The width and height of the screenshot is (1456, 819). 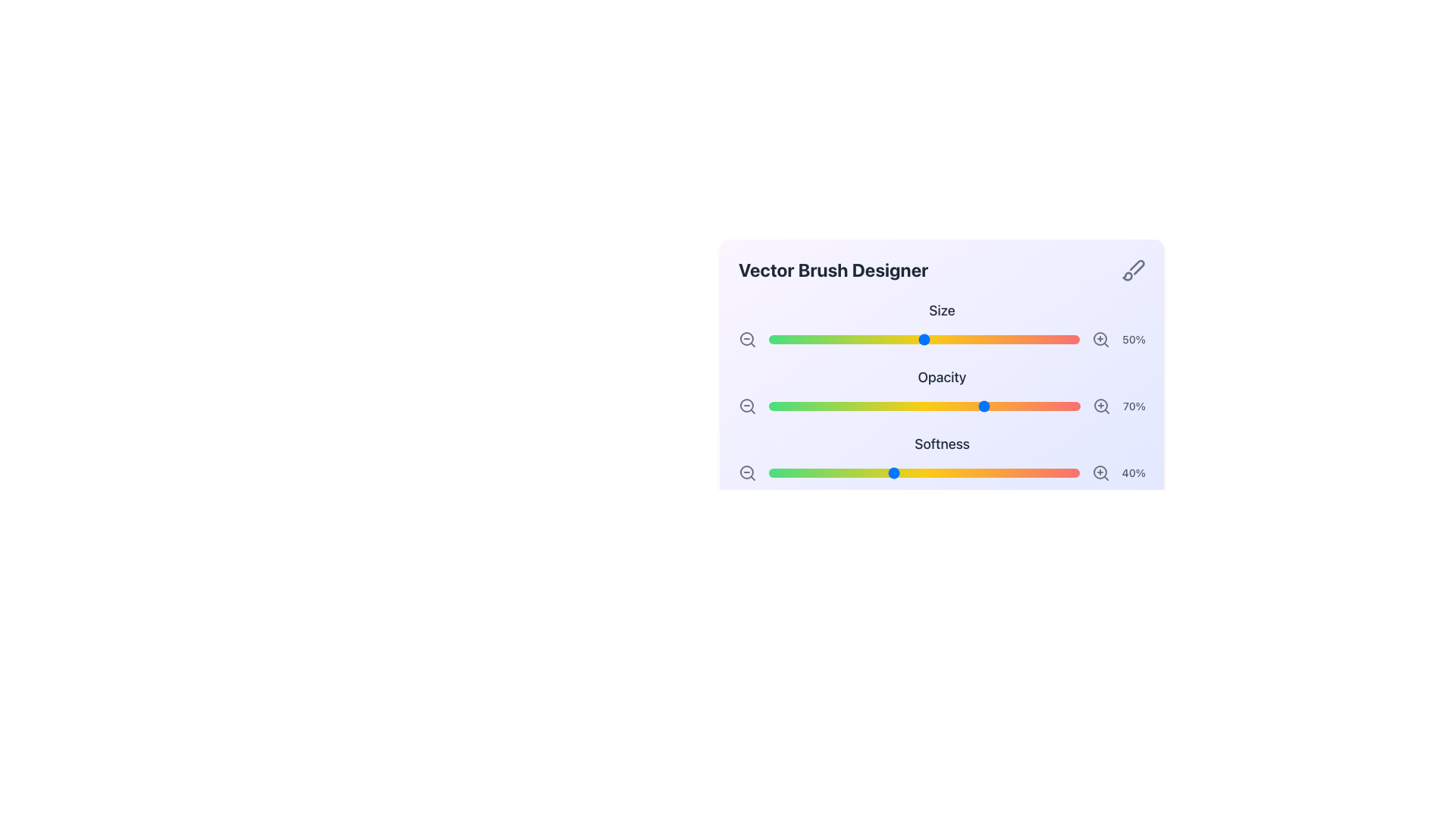 I want to click on softness, so click(x=871, y=472).